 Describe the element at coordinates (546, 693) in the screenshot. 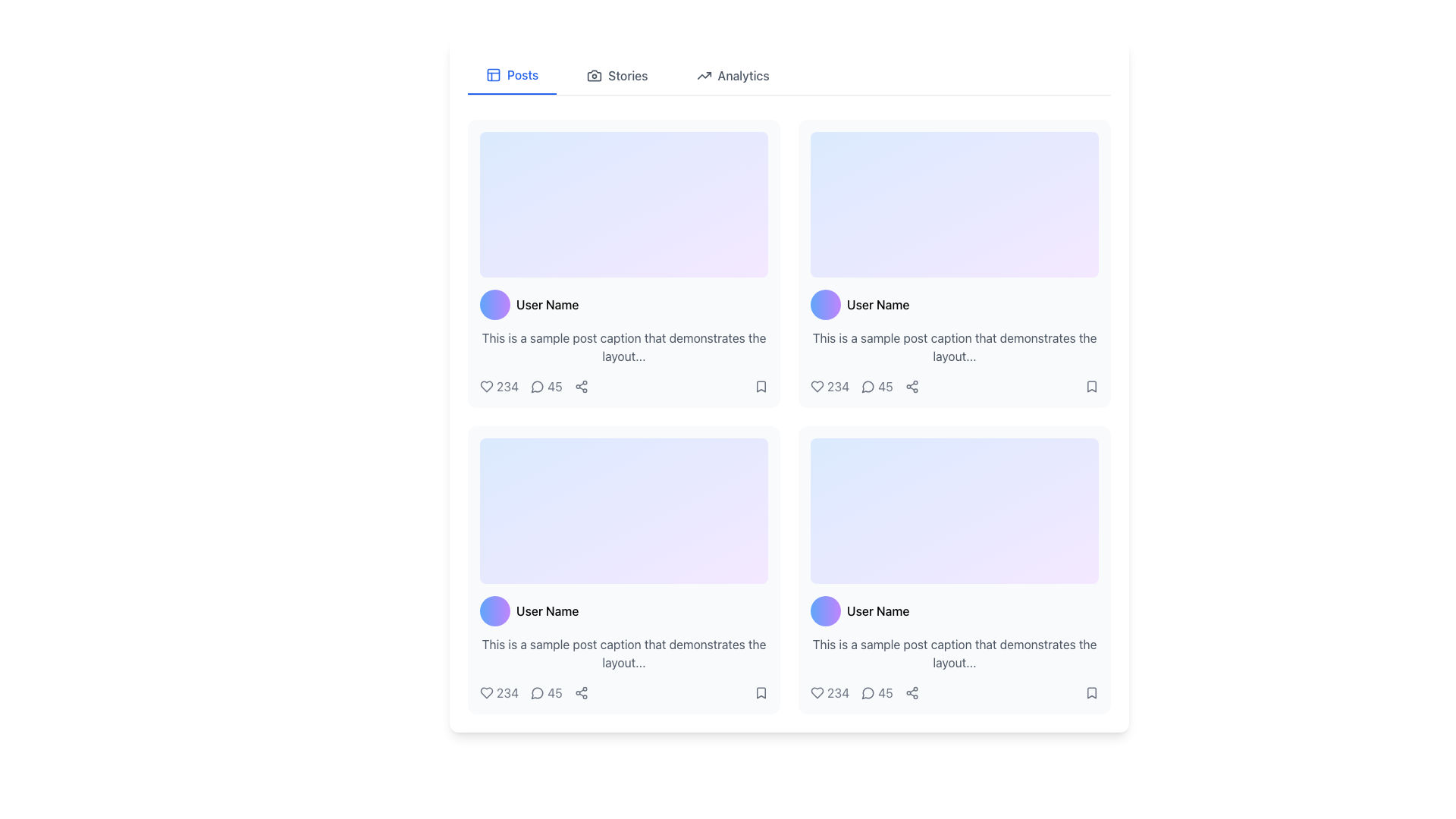

I see `the comment indicator button, which features a speech bubble icon and a comment count, located to the right of the like icon and left of the share icon in the bottom section of the post card` at that location.